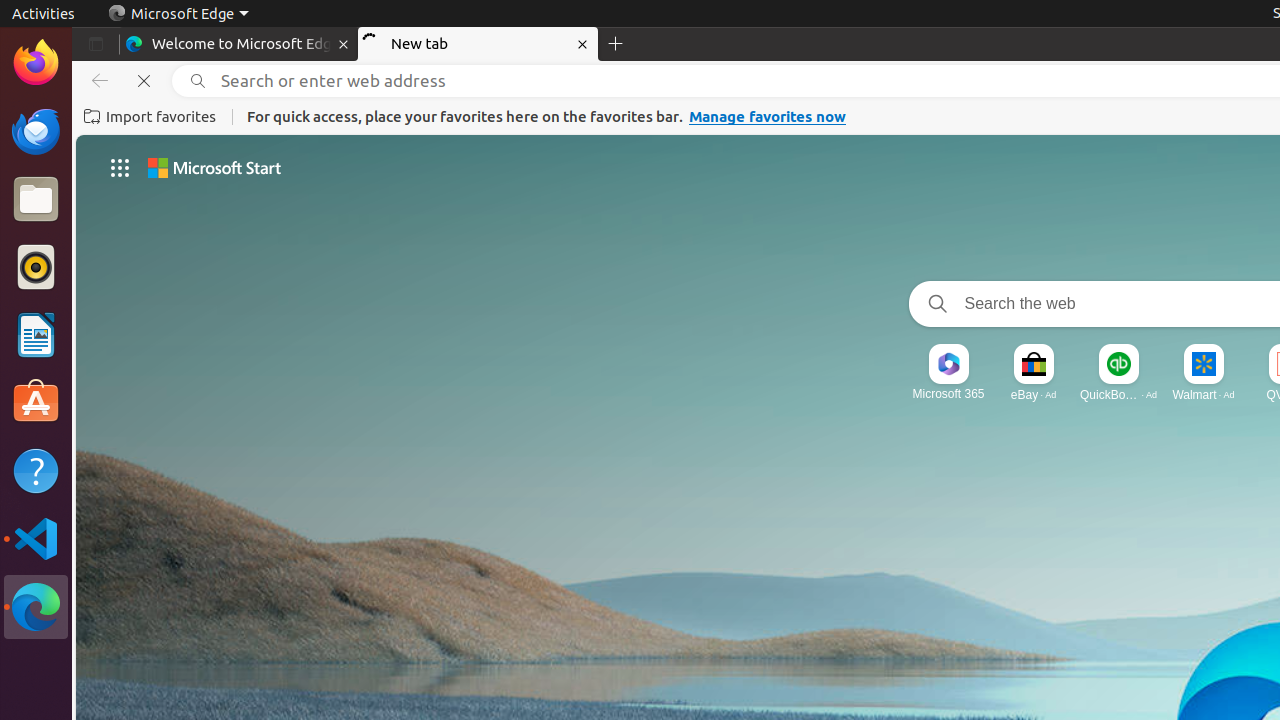  What do you see at coordinates (1202, 393) in the screenshot?
I see `'Walmart · Ad'` at bounding box center [1202, 393].